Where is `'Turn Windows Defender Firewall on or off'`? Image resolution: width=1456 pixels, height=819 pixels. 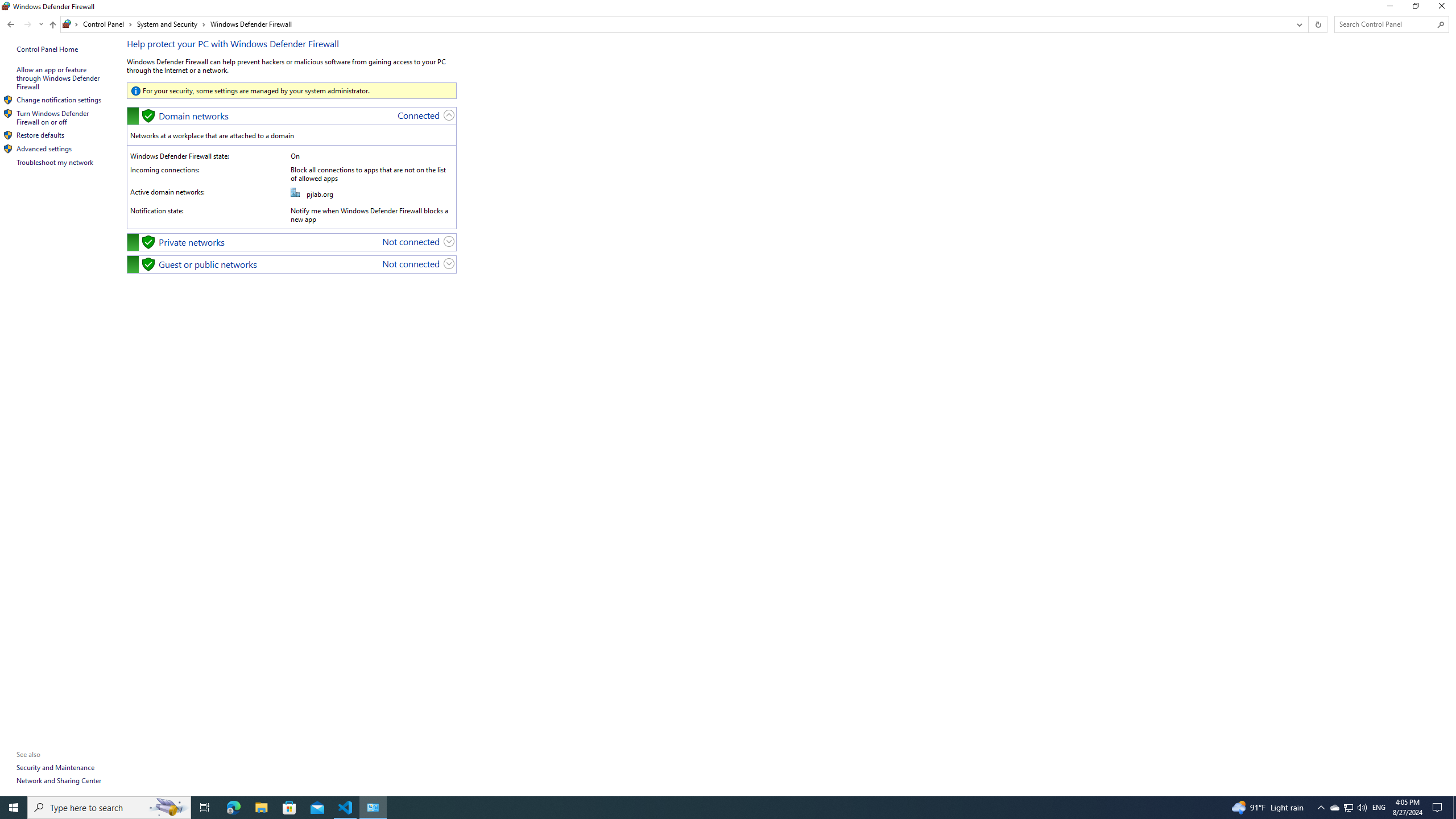
'Turn Windows Defender Firewall on or off' is located at coordinates (53, 117).